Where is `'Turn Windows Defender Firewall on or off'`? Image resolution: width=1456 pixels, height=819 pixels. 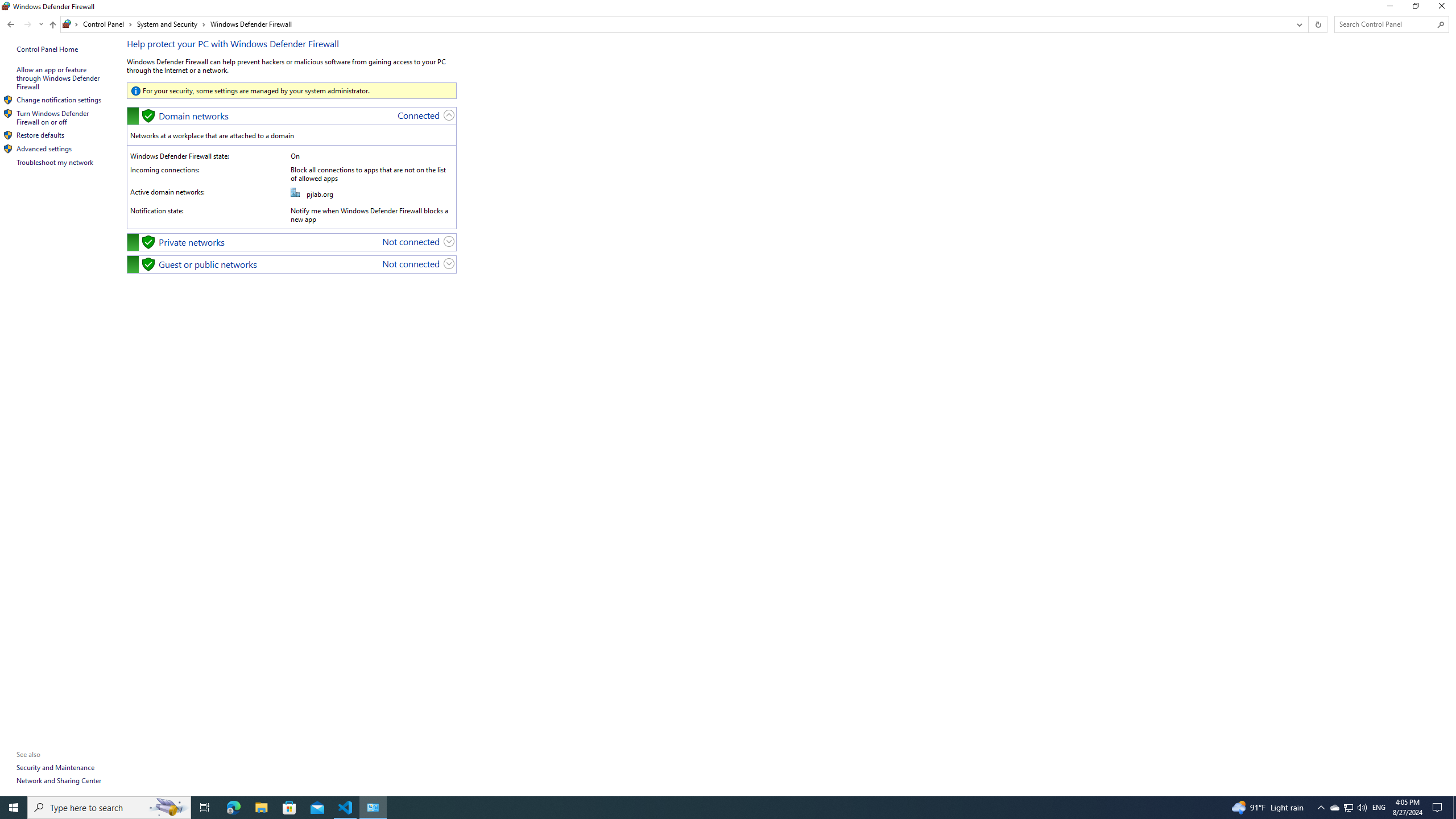
'Turn Windows Defender Firewall on or off' is located at coordinates (53, 117).